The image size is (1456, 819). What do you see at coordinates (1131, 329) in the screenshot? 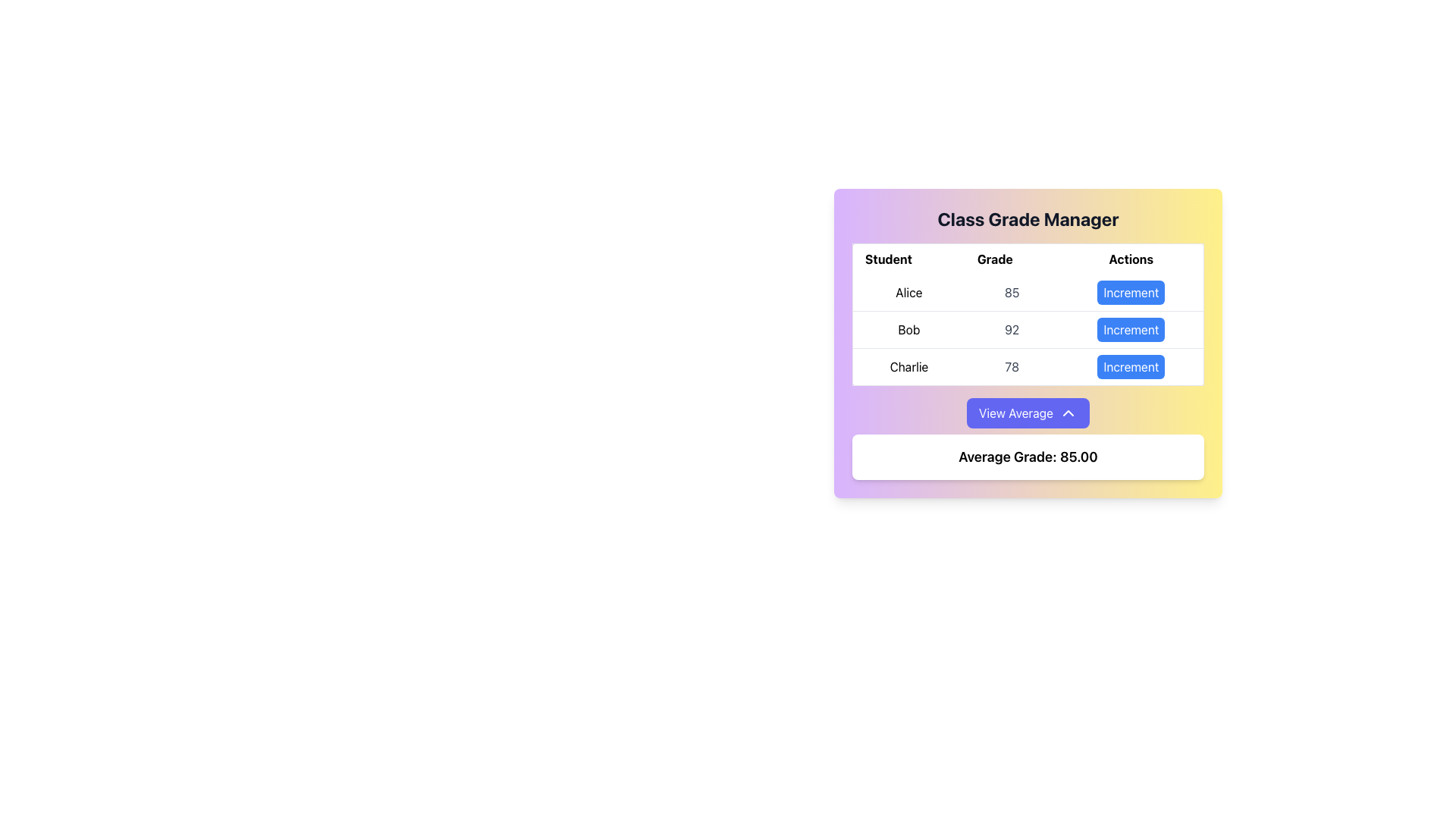
I see `the bold blue 'Increment' button with white text located in the 'Actions' column of the table row for 'Bob' with a grade of 92` at bounding box center [1131, 329].